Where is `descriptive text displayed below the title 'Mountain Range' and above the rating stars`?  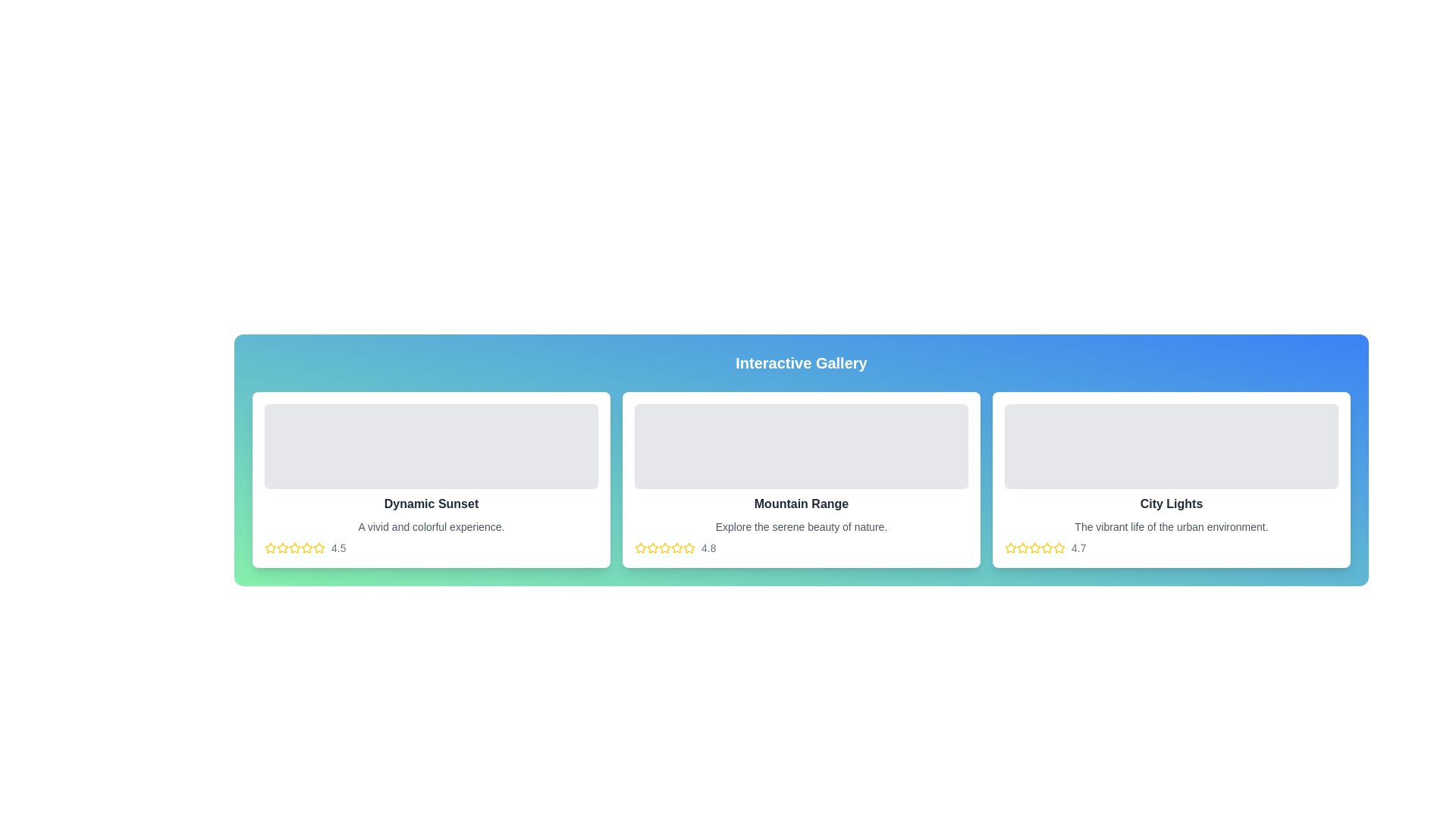
descriptive text displayed below the title 'Mountain Range' and above the rating stars is located at coordinates (800, 526).